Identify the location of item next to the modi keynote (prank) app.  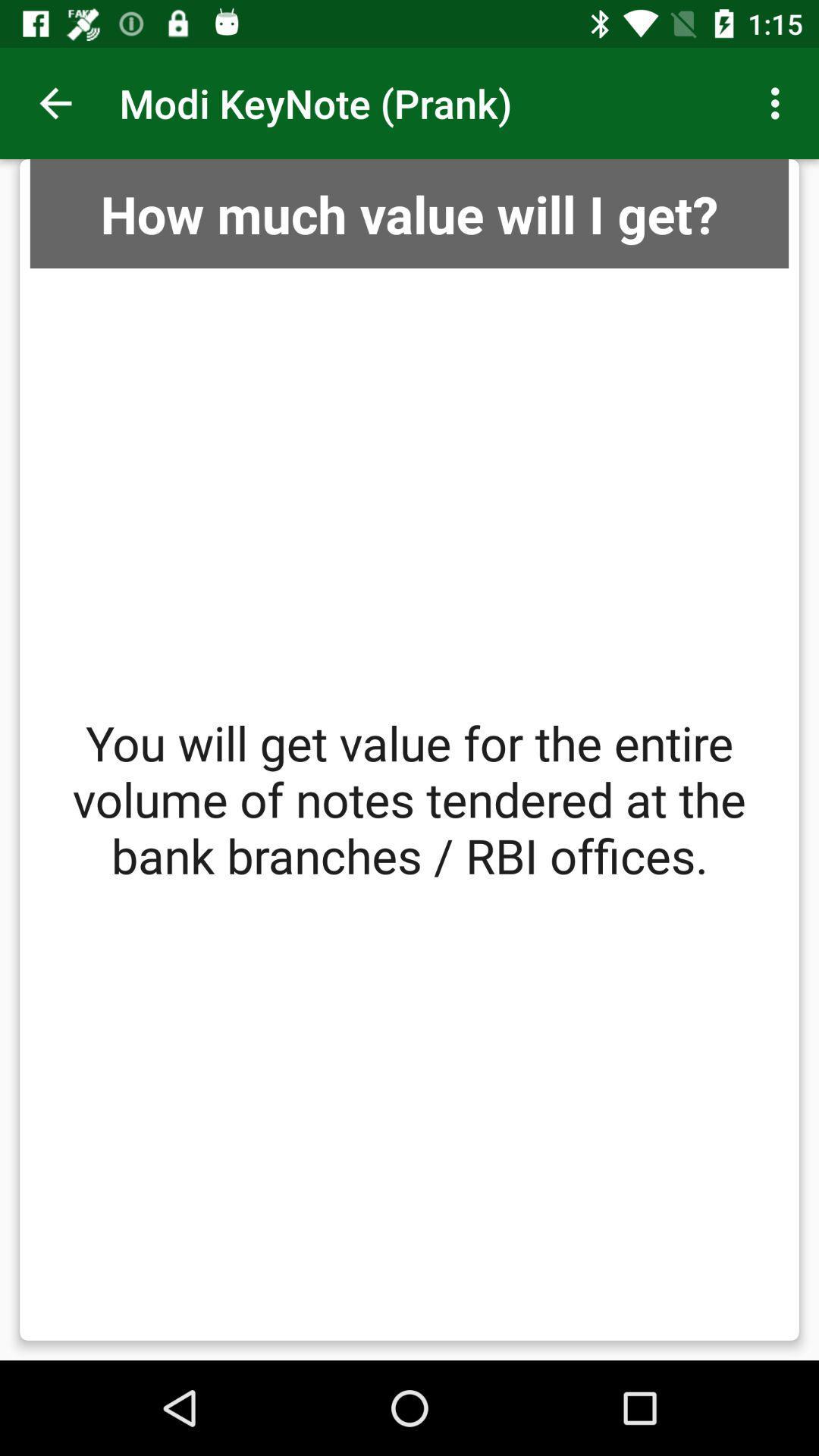
(779, 102).